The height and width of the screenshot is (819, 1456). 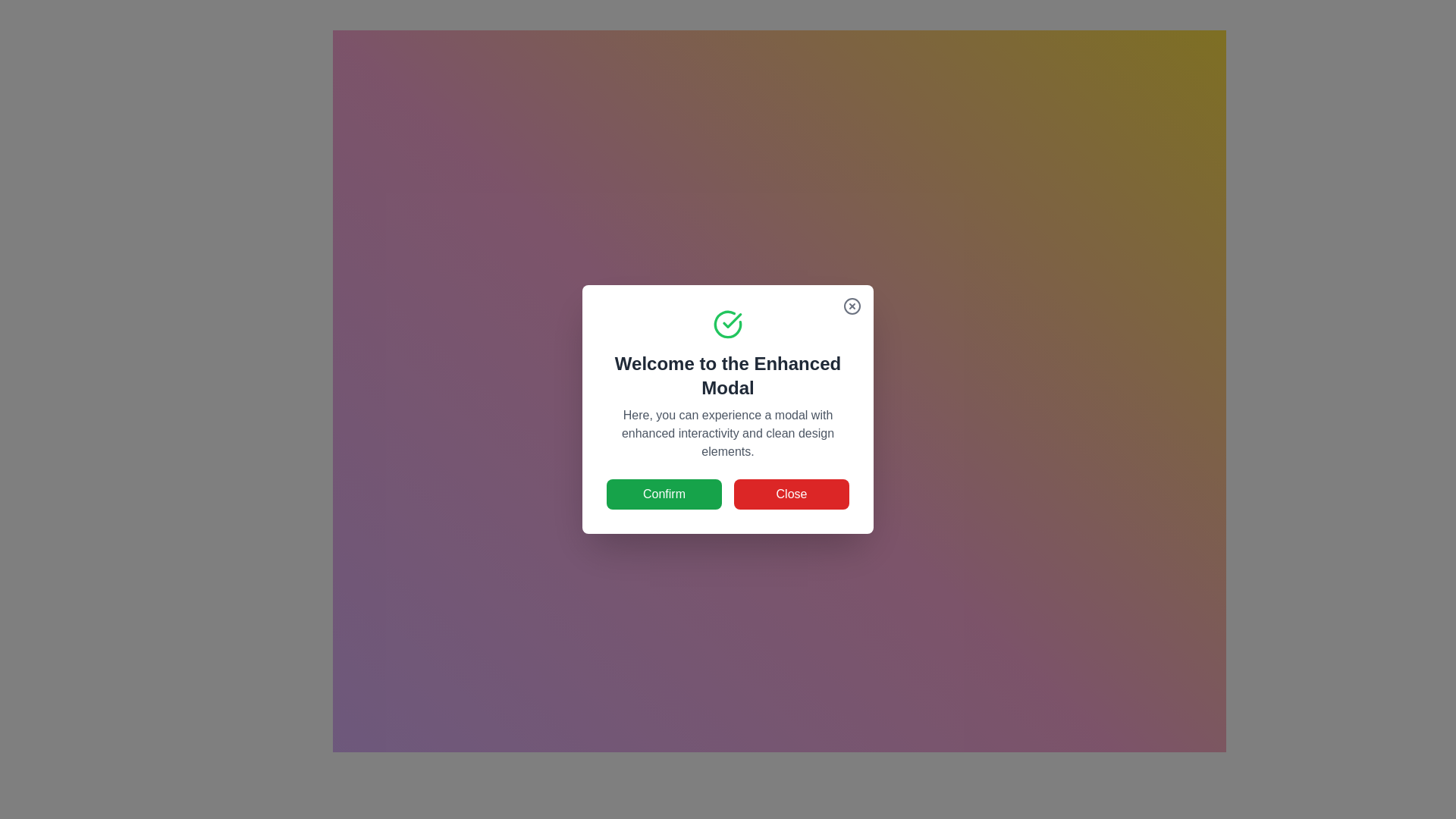 I want to click on the small circular button with a cross in the center located at the top-right corner of the pop-up modal, so click(x=852, y=306).